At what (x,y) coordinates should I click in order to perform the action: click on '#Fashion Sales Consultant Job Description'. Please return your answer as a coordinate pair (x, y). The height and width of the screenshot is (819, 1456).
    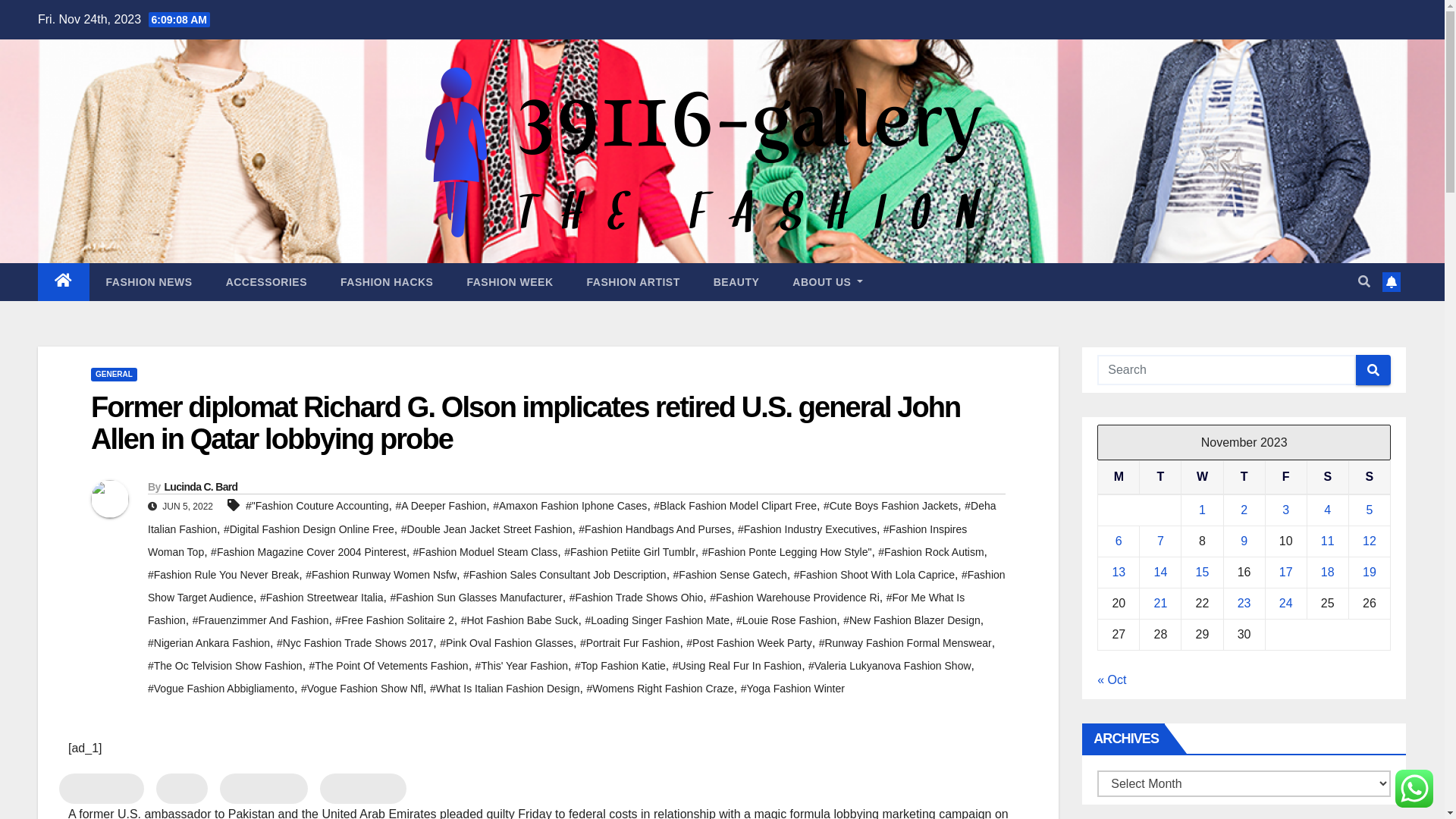
    Looking at the image, I should click on (563, 575).